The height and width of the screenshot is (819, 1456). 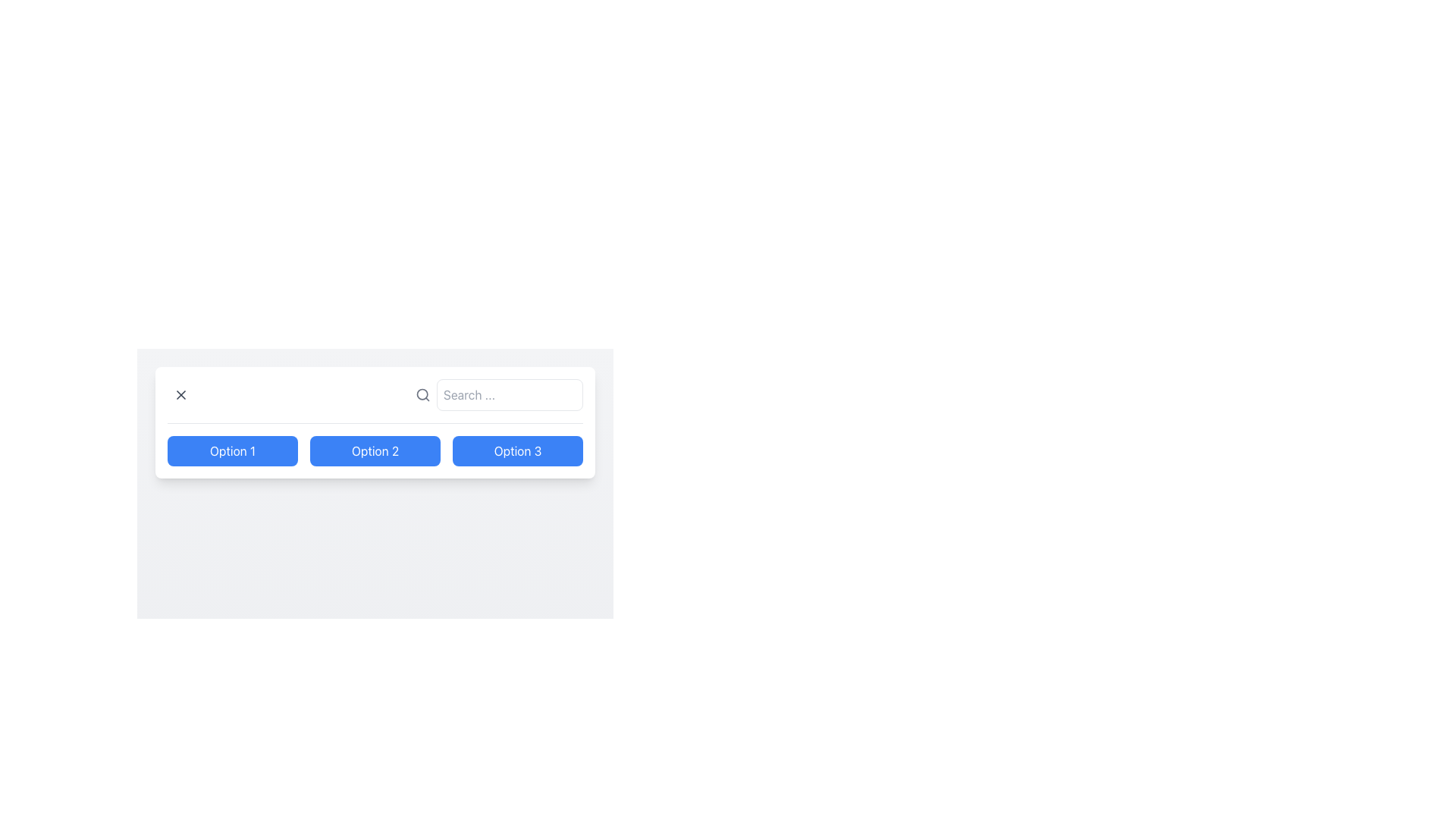 What do you see at coordinates (181, 394) in the screenshot?
I see `the close button located in the top-left corner of the search bar` at bounding box center [181, 394].